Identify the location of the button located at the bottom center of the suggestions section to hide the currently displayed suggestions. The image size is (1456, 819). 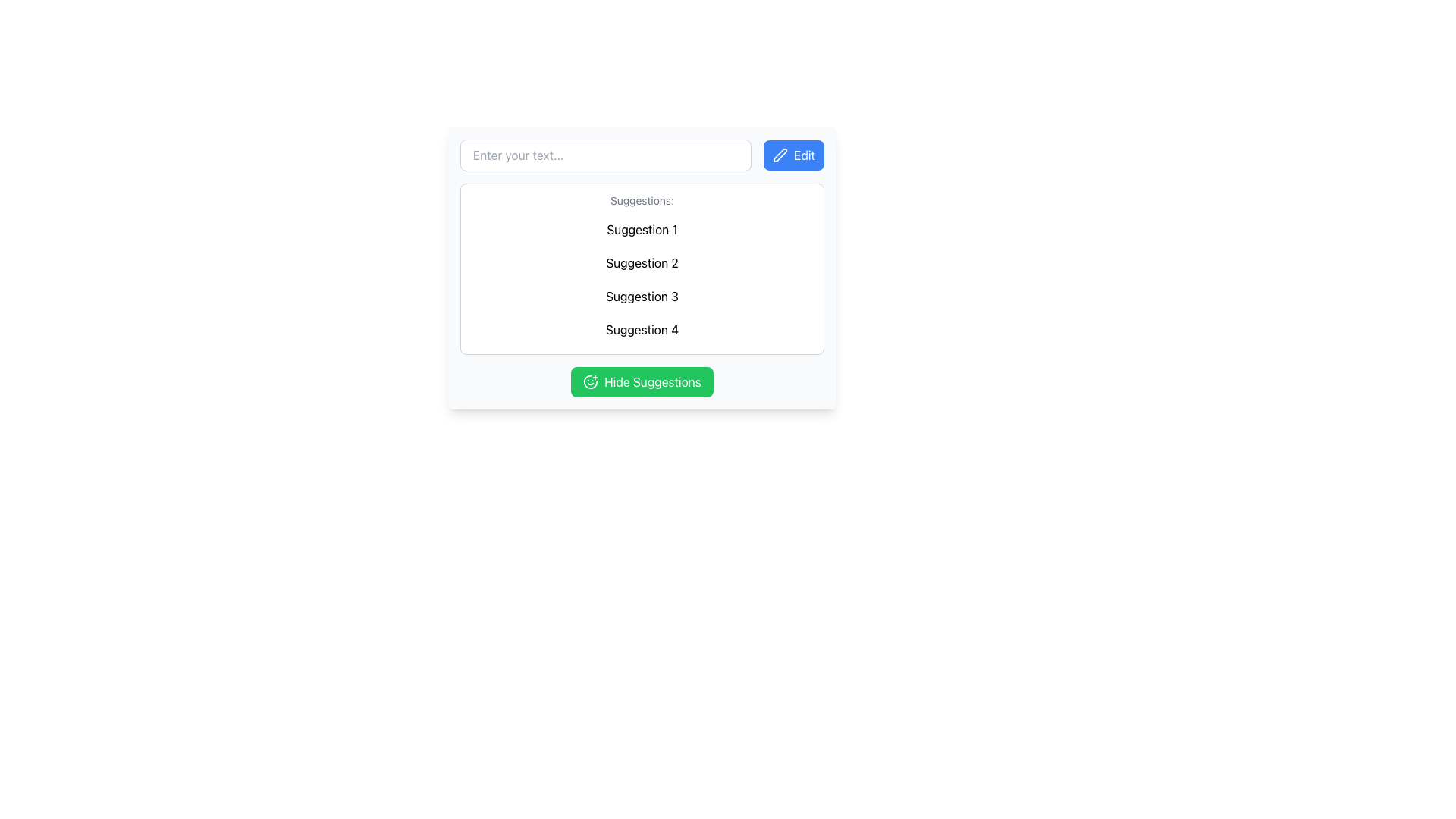
(642, 381).